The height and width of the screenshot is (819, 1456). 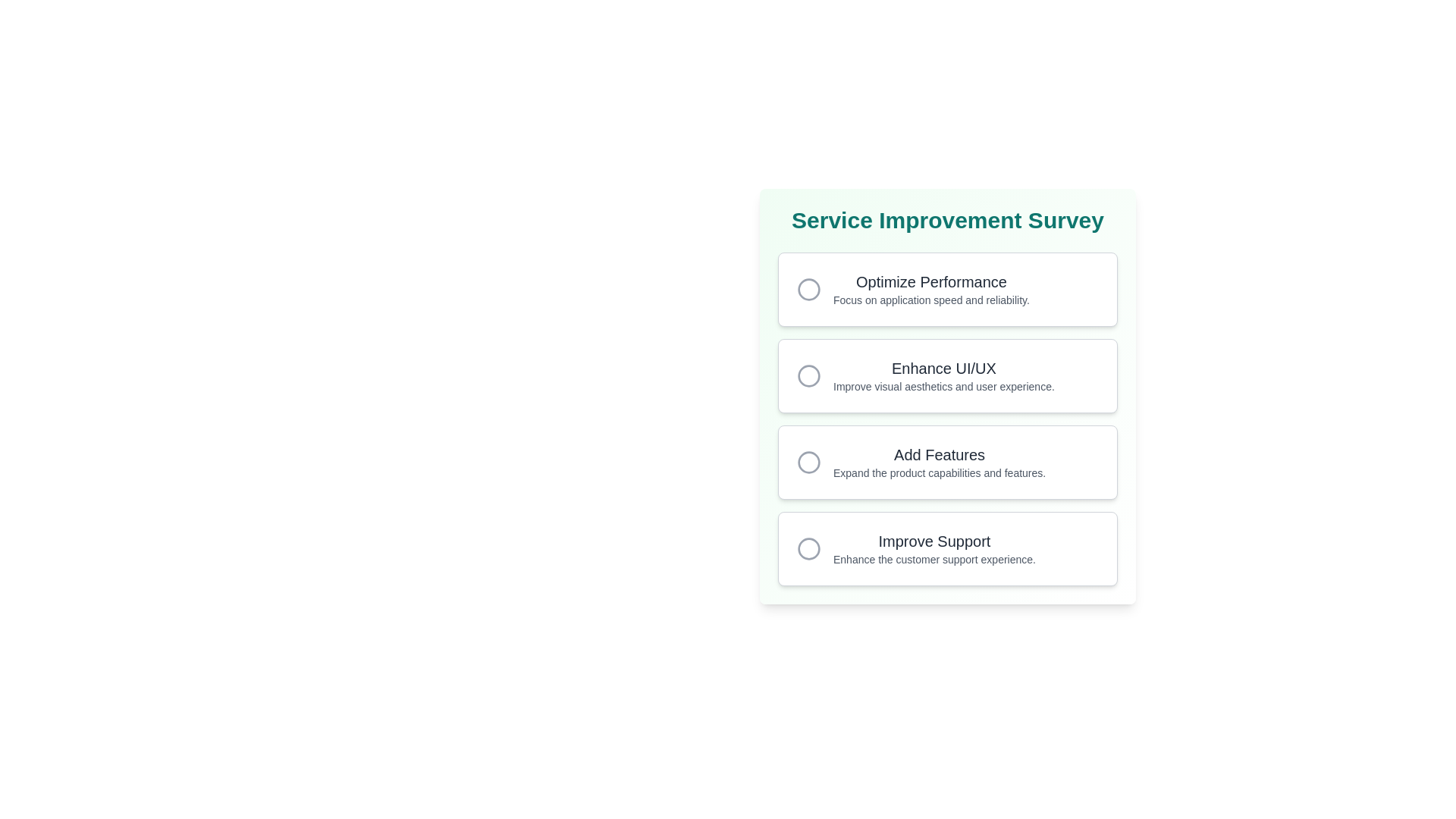 What do you see at coordinates (808, 549) in the screenshot?
I see `the circular graphical icon (circle indicator) that represents a selection point in the survey interface, located to the left of the 'Improve Support' text` at bounding box center [808, 549].